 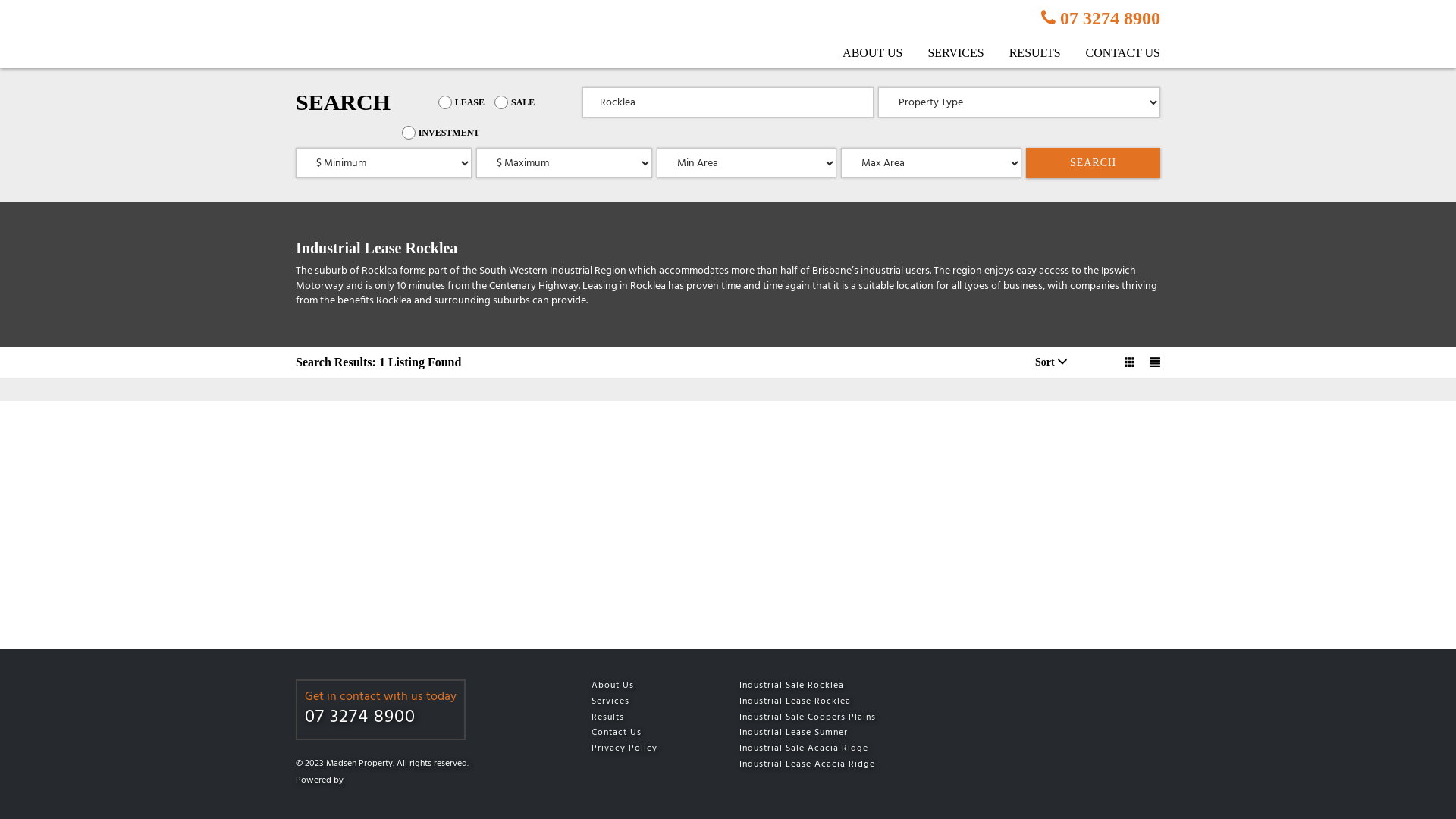 I want to click on 'ABOUT US', so click(x=861, y=52).